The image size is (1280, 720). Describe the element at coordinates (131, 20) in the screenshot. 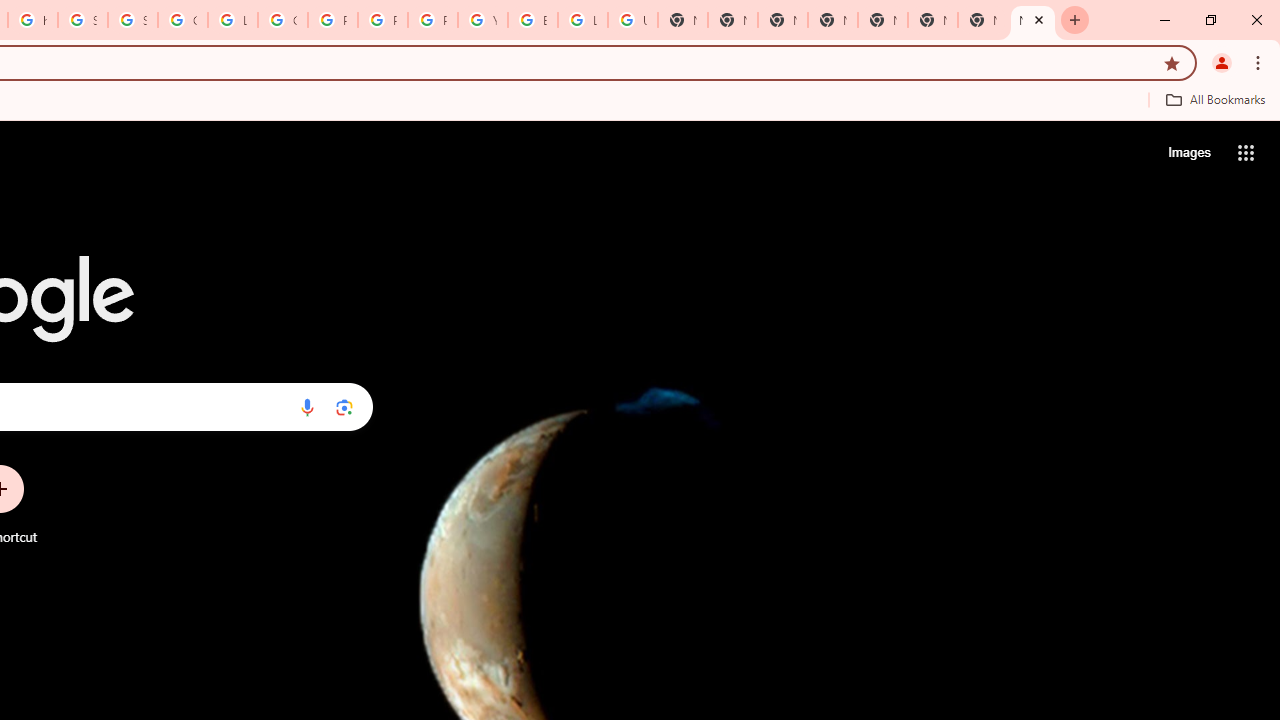

I see `'Sign in - Google Accounts'` at that location.